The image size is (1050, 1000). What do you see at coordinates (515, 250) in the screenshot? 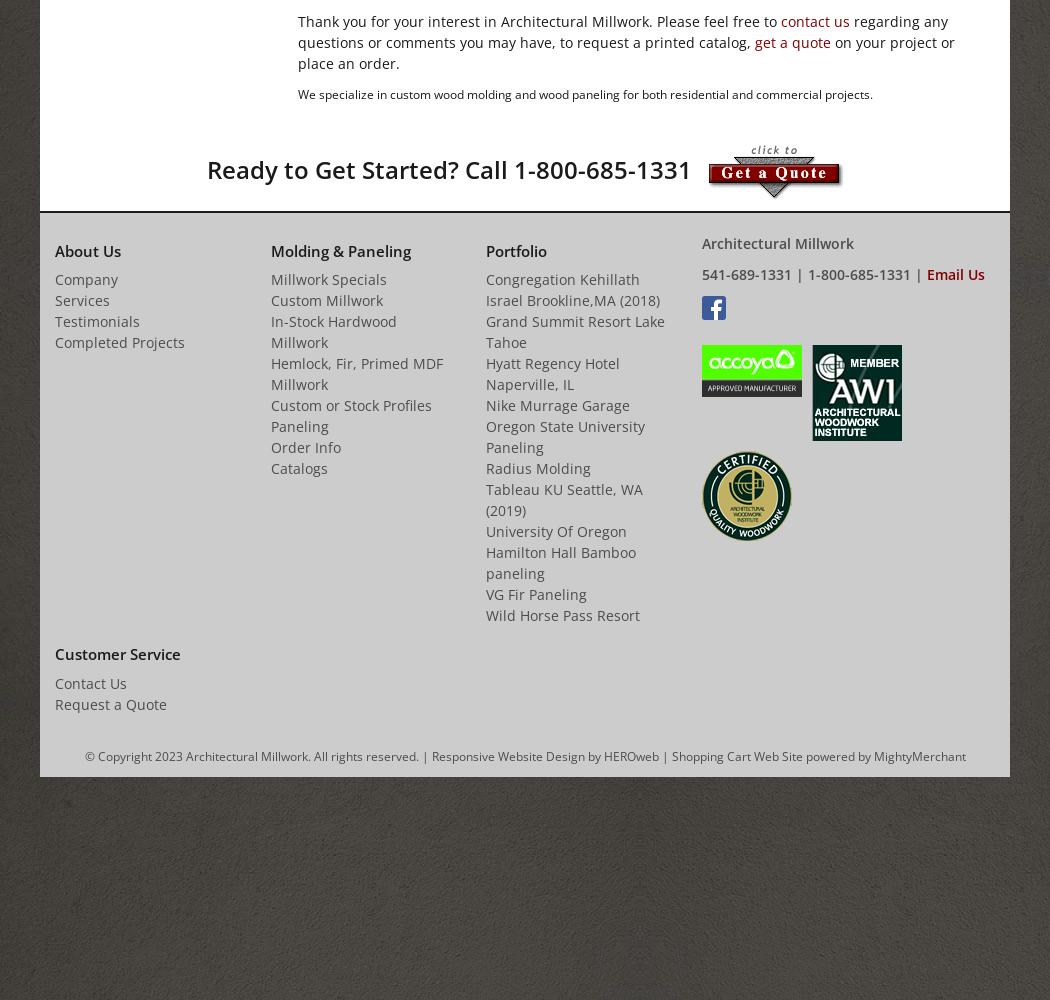
I see `'Portfolio'` at bounding box center [515, 250].